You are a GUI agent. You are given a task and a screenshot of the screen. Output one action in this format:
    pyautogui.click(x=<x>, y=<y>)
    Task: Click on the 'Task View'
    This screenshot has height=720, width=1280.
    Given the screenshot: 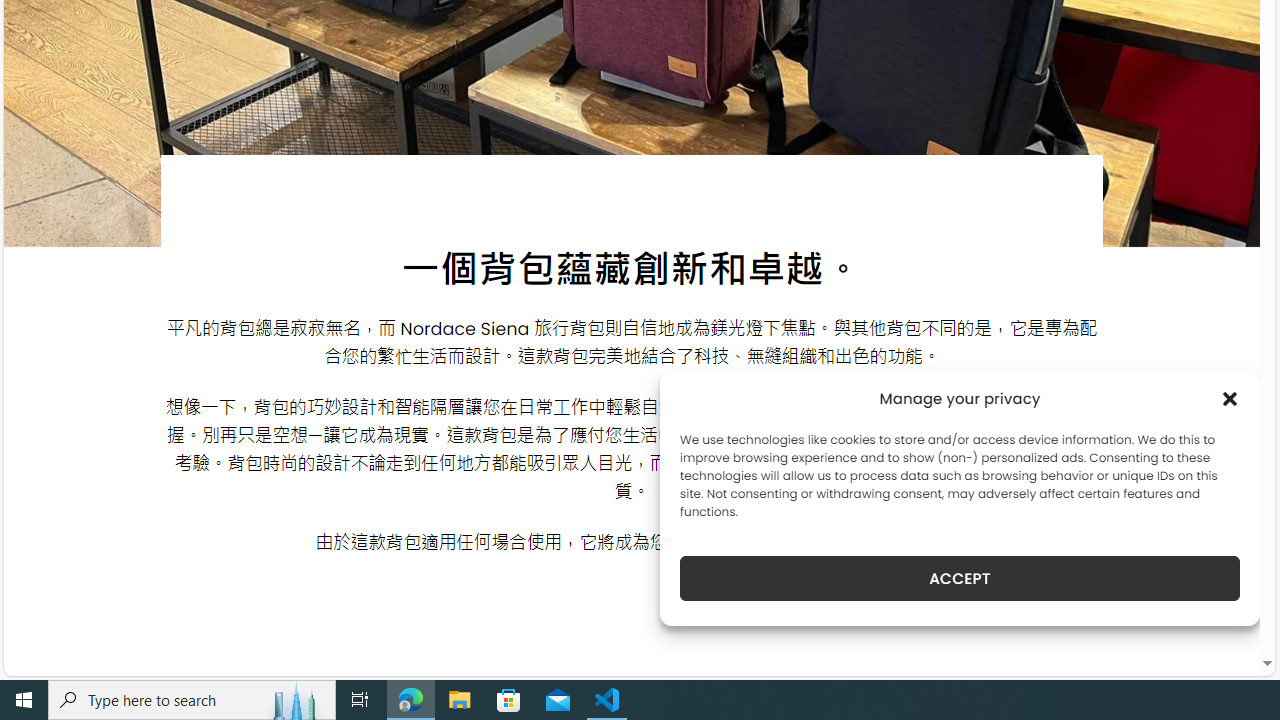 What is the action you would take?
    pyautogui.click(x=359, y=698)
    